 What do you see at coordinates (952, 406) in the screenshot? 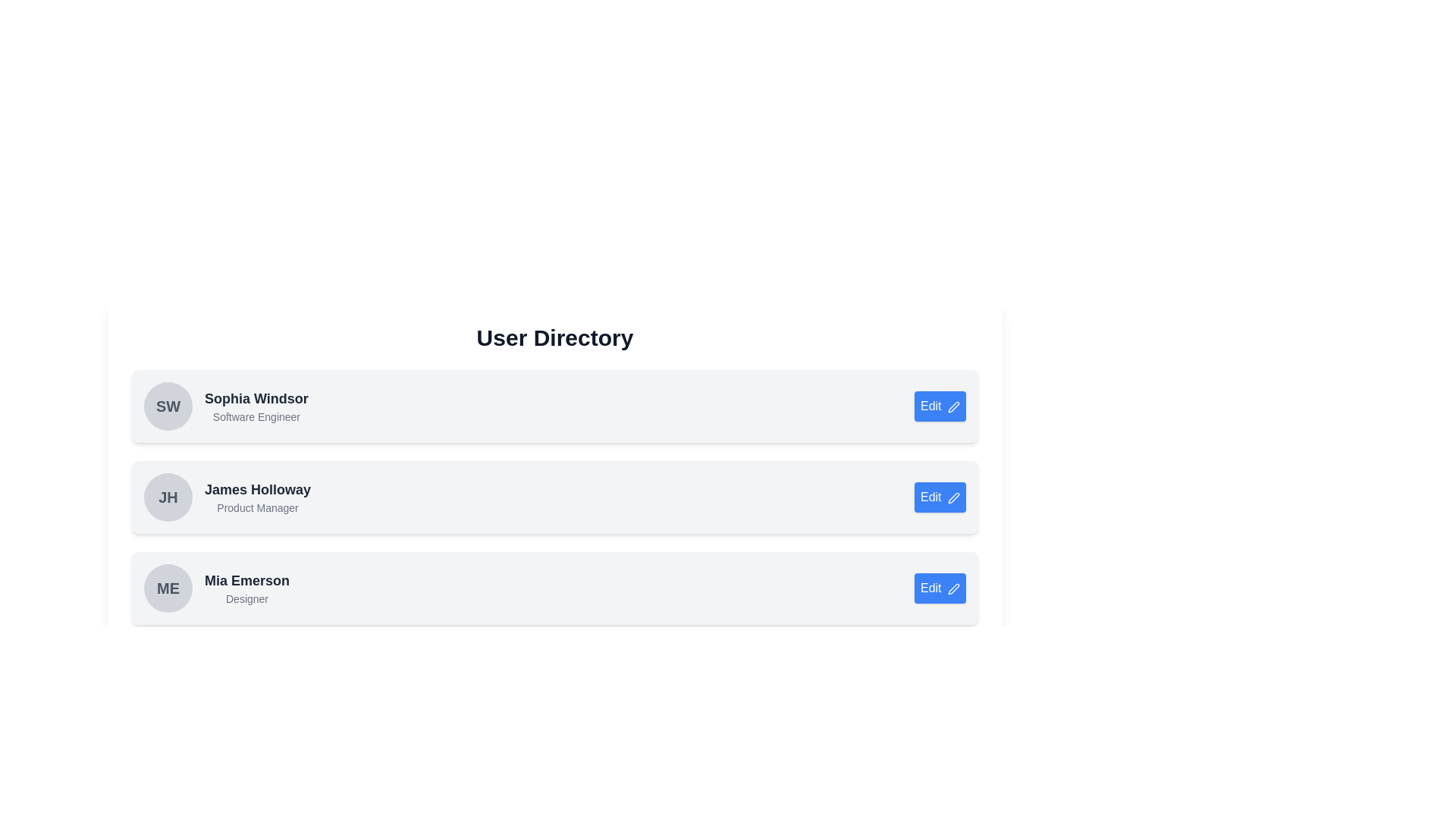
I see `the 'Edit' button which is visually indicated by the pen-like icon located to the right of the text label 'Edit' in the top-right corner of the first user card` at bounding box center [952, 406].